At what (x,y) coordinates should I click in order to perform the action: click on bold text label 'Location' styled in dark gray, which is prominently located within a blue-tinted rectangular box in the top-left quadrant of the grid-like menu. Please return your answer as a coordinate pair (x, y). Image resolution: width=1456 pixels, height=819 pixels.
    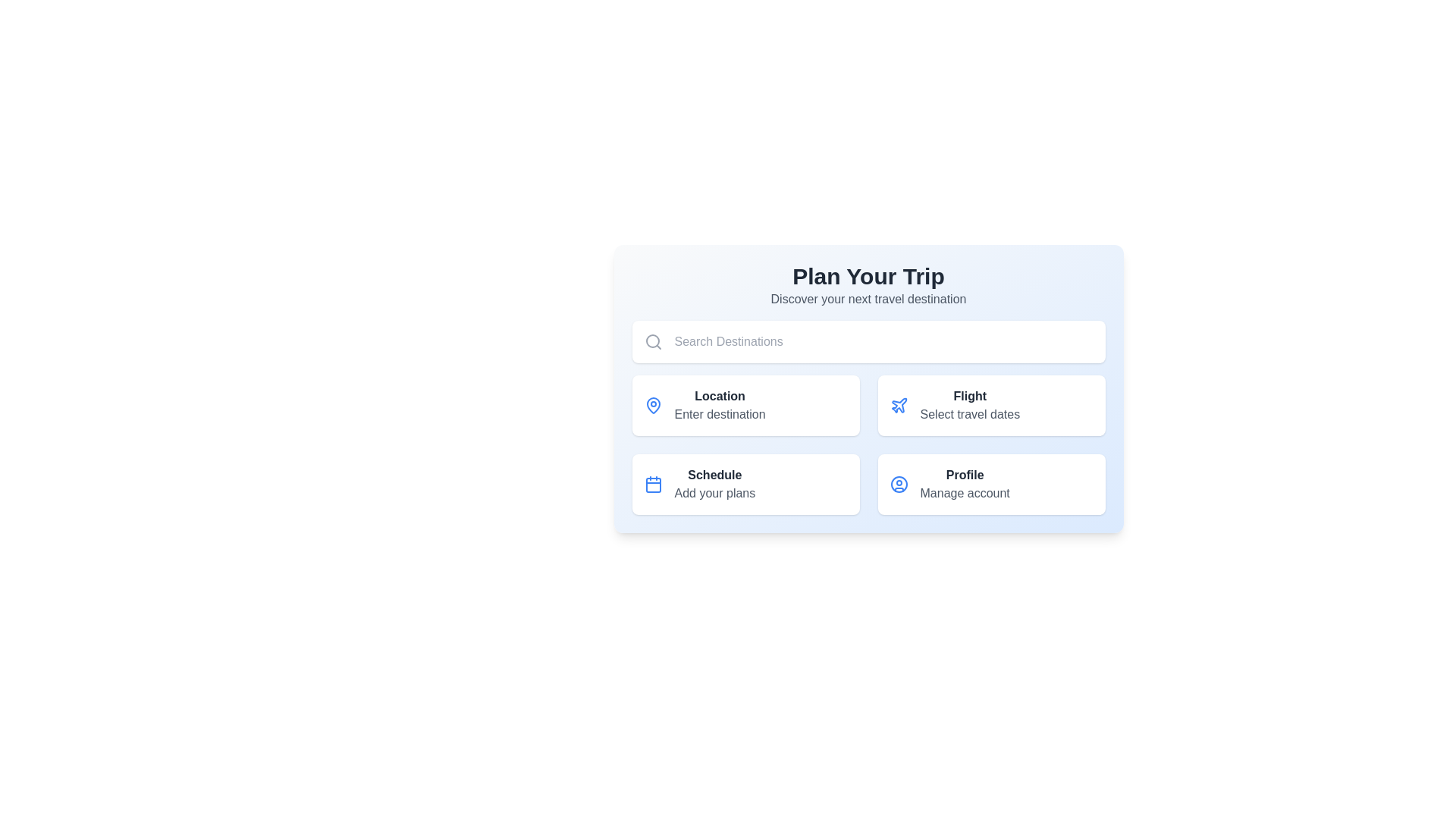
    Looking at the image, I should click on (719, 396).